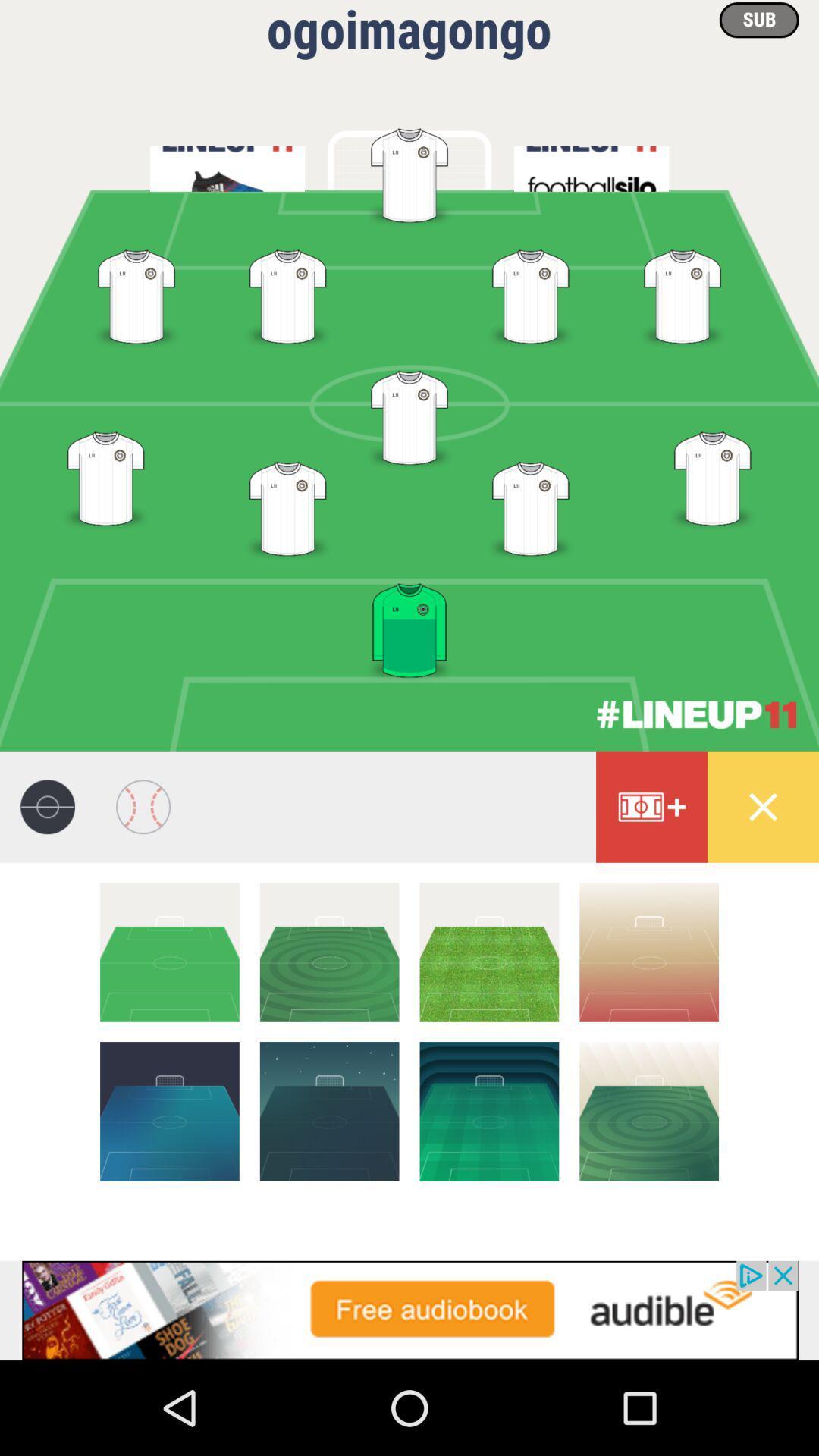 The width and height of the screenshot is (819, 1456). What do you see at coordinates (328, 951) in the screenshot?
I see `the minus icon` at bounding box center [328, 951].